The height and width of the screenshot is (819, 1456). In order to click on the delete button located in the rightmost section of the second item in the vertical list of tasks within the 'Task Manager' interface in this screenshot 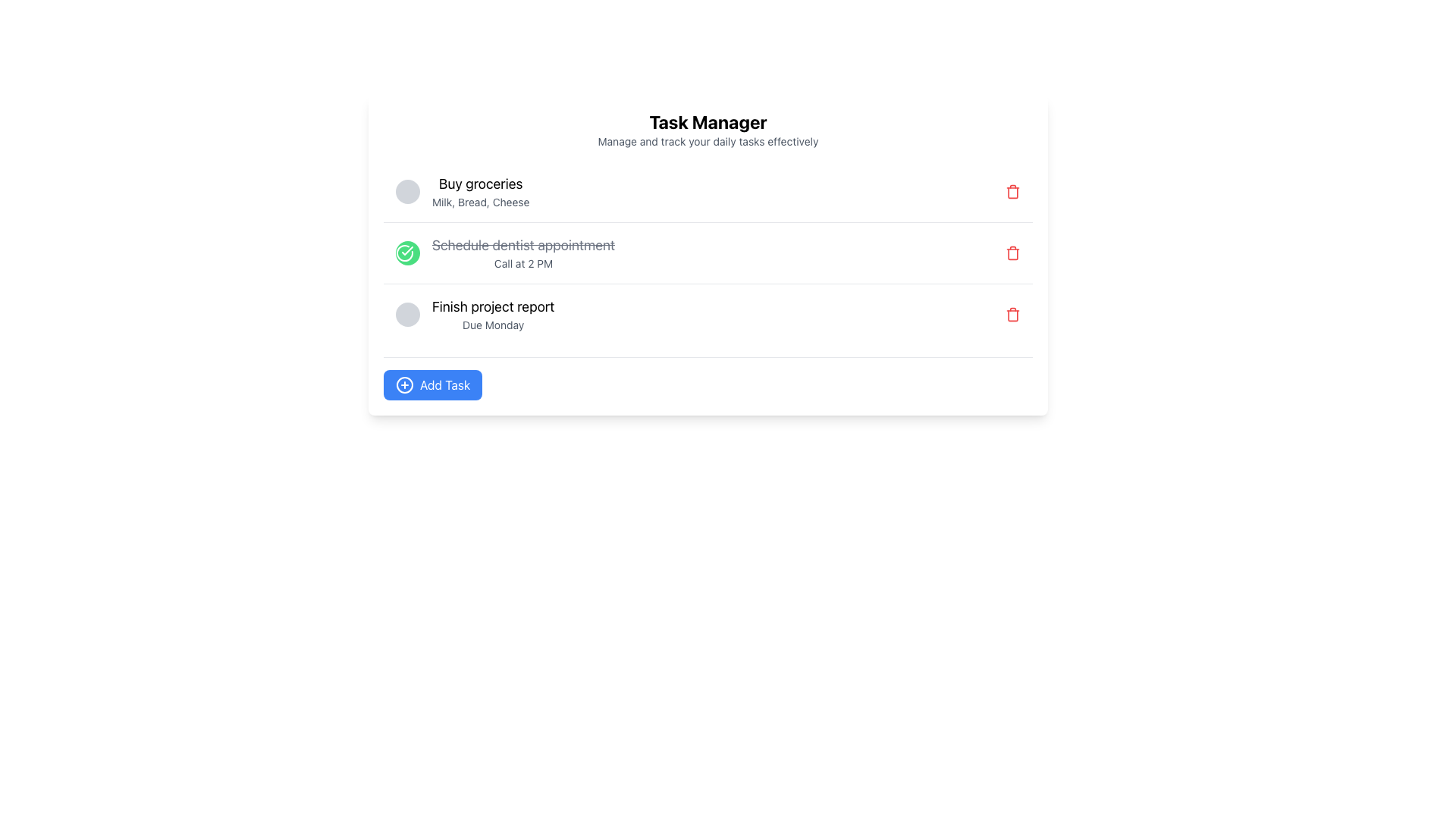, I will do `click(1012, 253)`.